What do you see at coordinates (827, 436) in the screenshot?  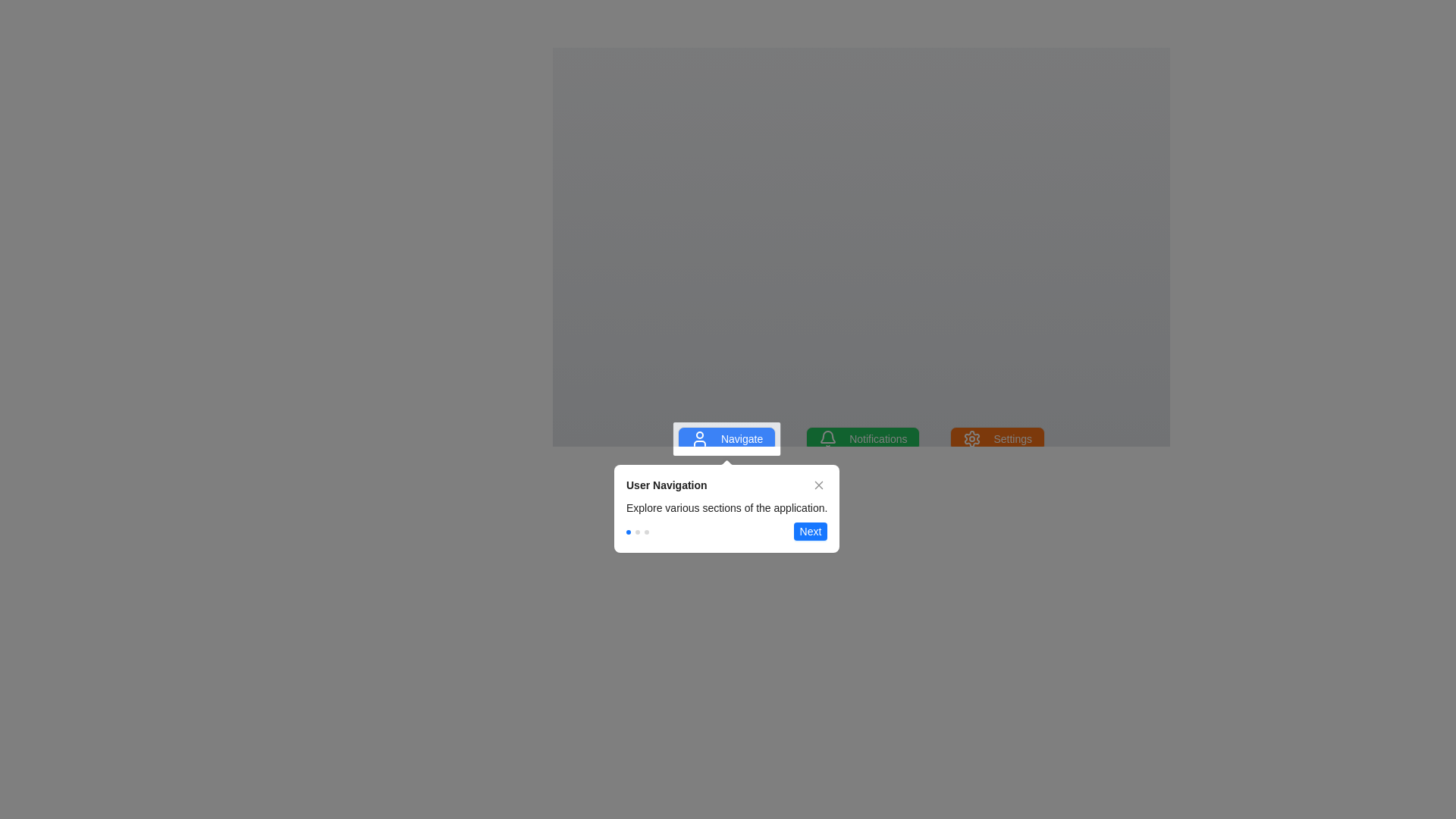 I see `the green bell icon located in the top notification bar` at bounding box center [827, 436].